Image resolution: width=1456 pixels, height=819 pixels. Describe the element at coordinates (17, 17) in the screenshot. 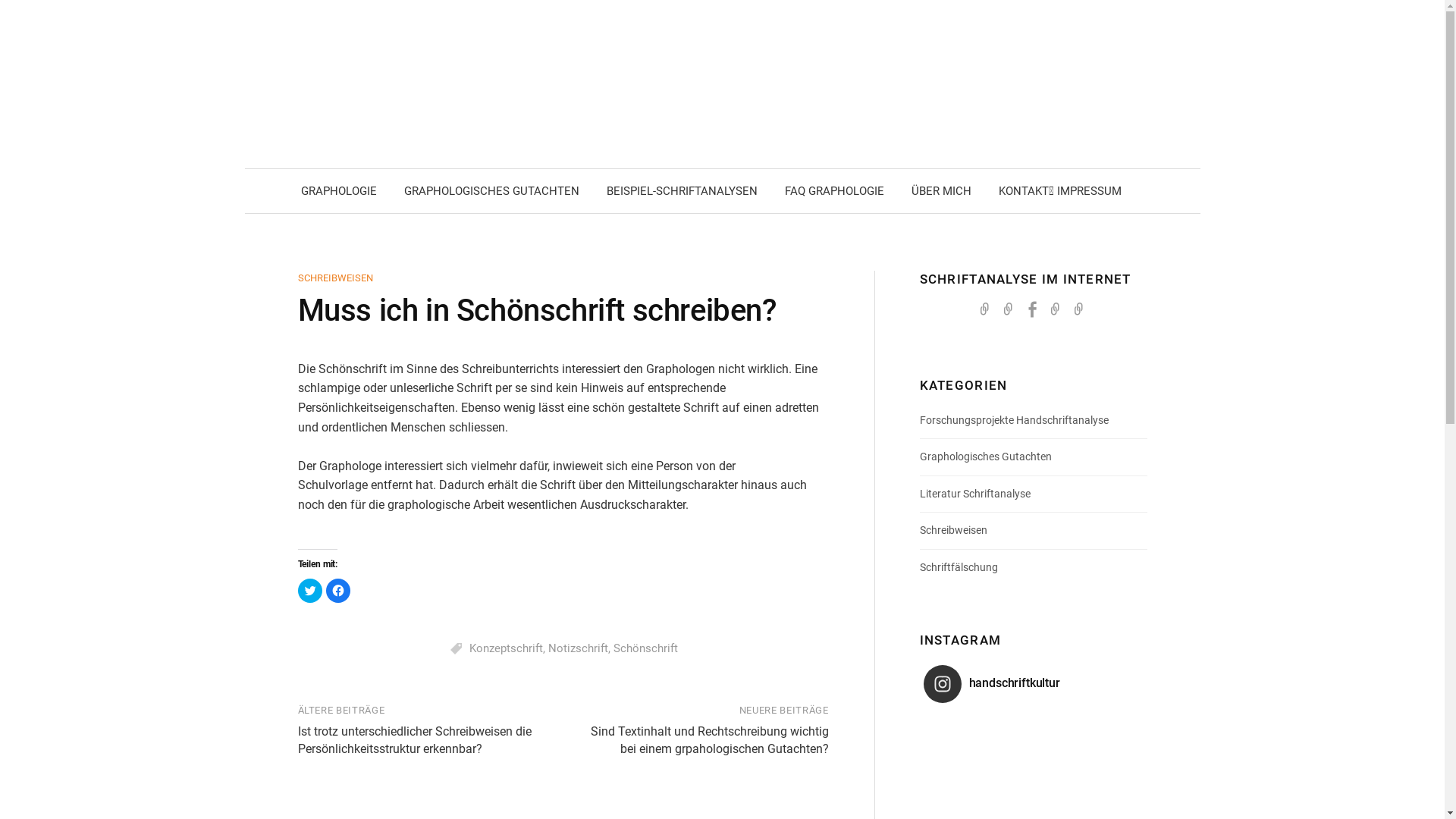

I see `'Suche'` at that location.